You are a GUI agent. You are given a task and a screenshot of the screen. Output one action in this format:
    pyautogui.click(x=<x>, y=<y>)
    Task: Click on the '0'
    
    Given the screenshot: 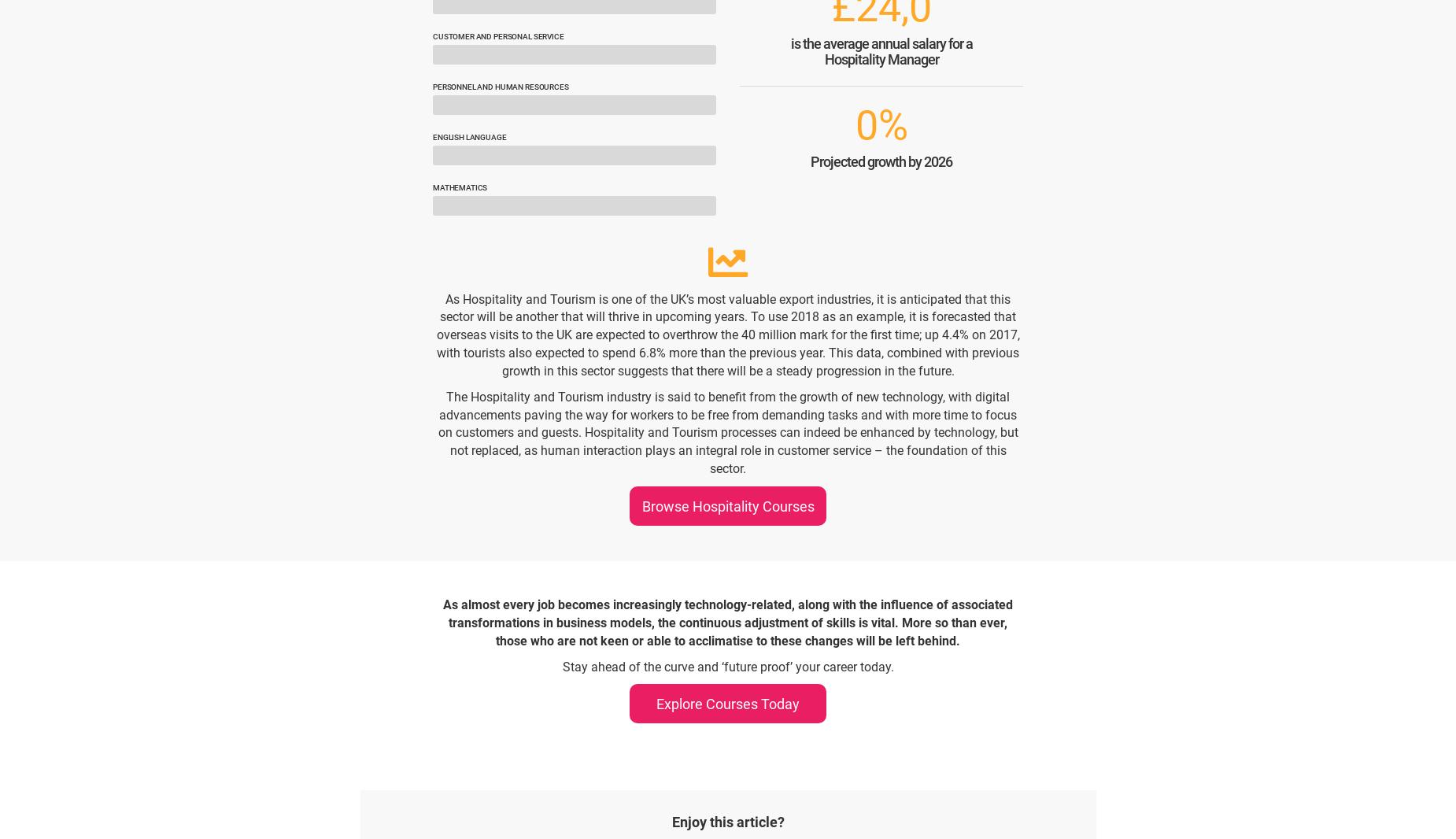 What is the action you would take?
    pyautogui.click(x=865, y=124)
    